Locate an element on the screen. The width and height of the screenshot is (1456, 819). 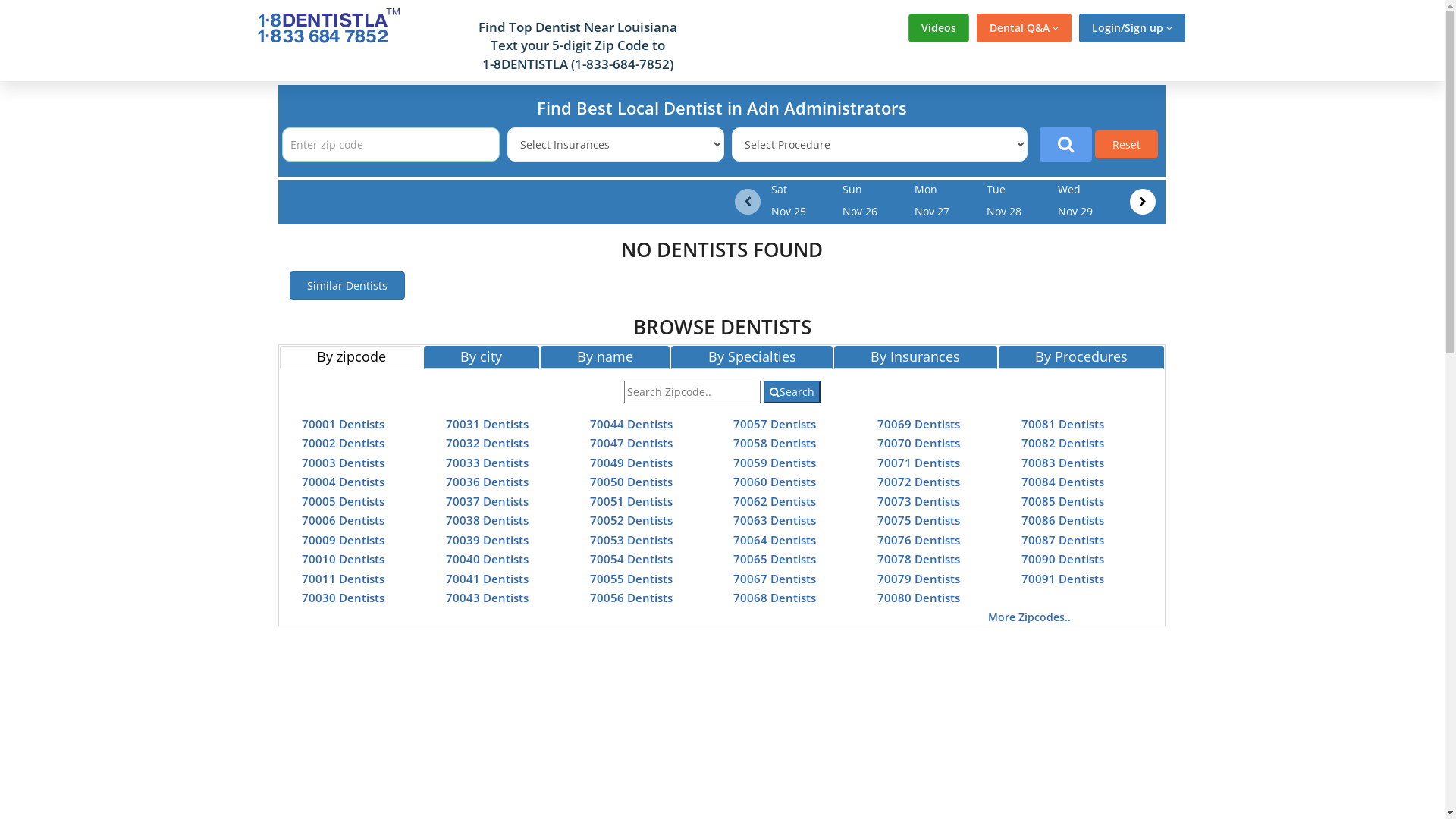
'70058 Dentists' is located at coordinates (774, 442).